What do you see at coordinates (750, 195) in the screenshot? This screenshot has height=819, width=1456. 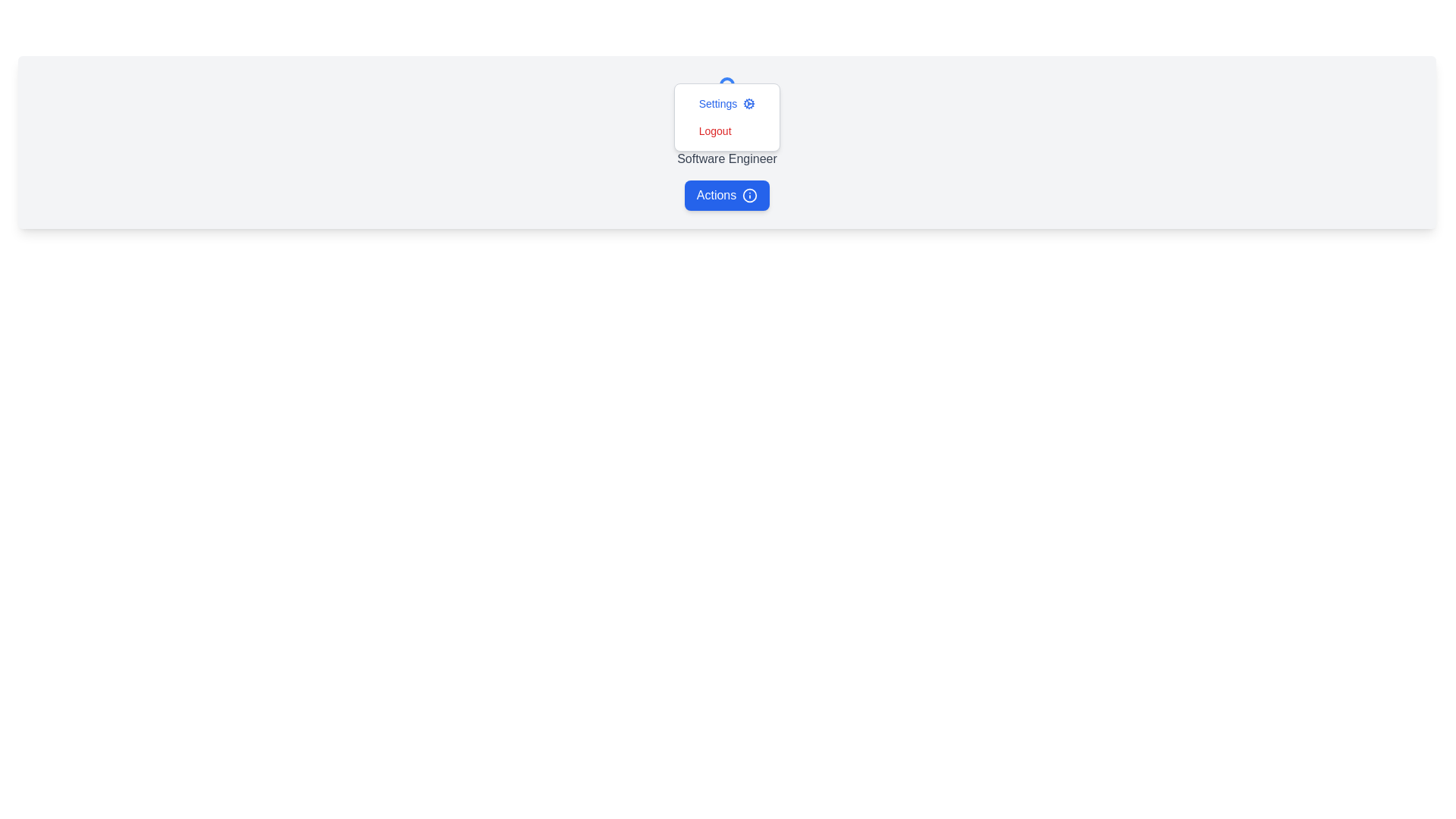 I see `the icon located inside the 'Actions' button at the bottom of the dropdown menu to interact with it` at bounding box center [750, 195].